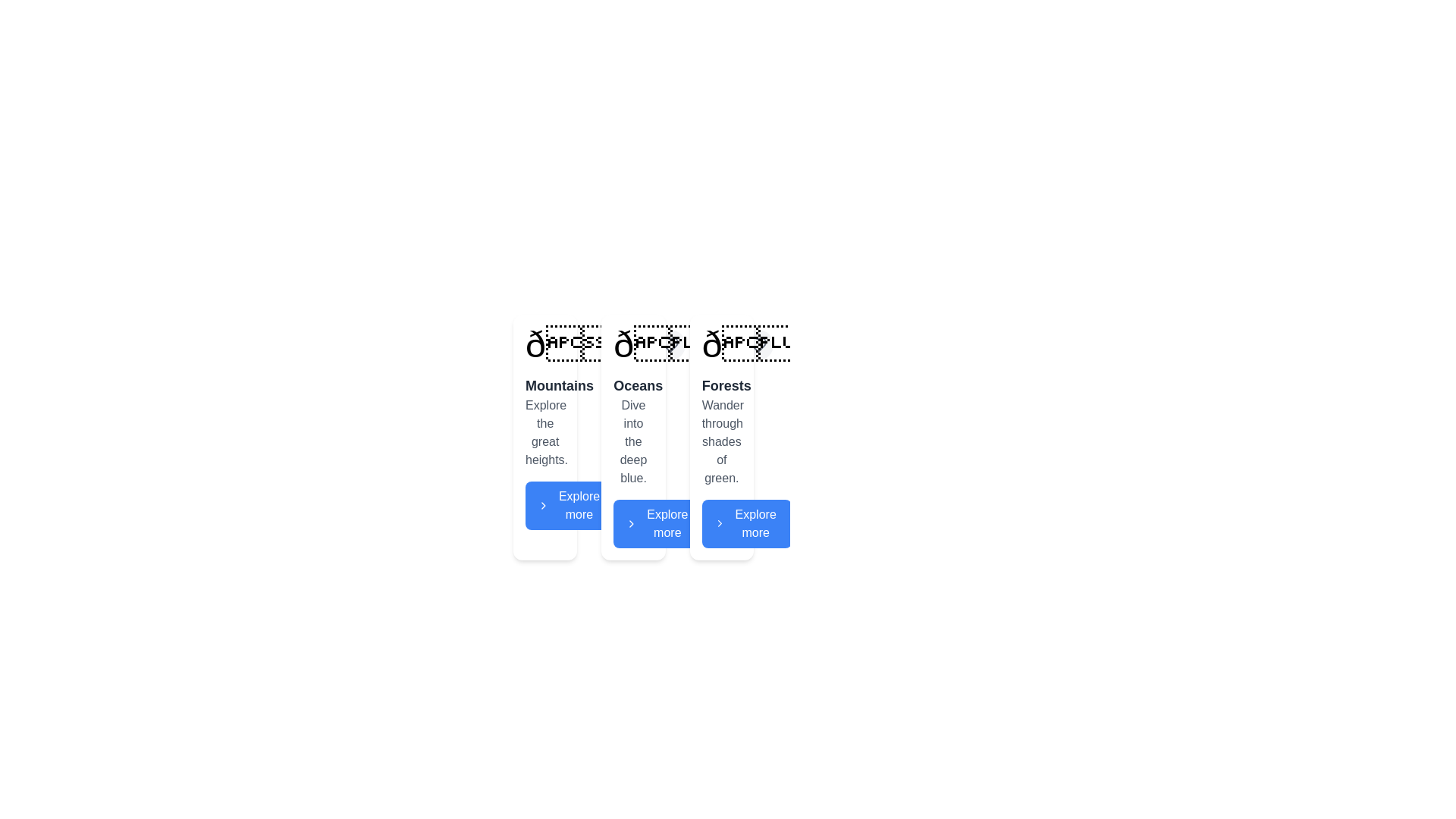 This screenshot has width=1456, height=819. What do you see at coordinates (669, 345) in the screenshot?
I see `the heart-shaped icon within the circular button on the 'Oceans' card` at bounding box center [669, 345].